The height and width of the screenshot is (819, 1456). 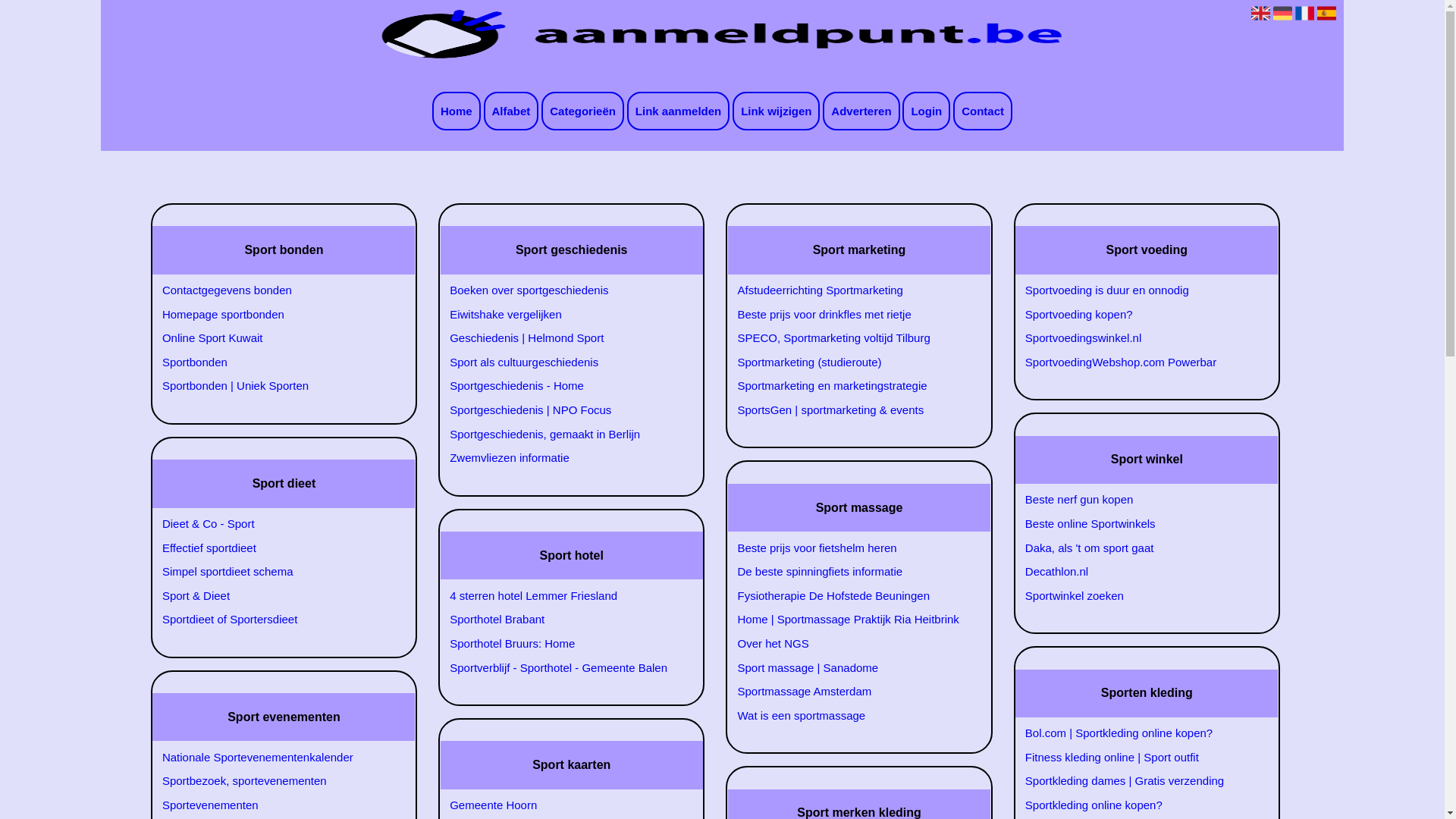 What do you see at coordinates (850, 620) in the screenshot?
I see `'Home | Sportmassage Praktijk Ria Heitbrink'` at bounding box center [850, 620].